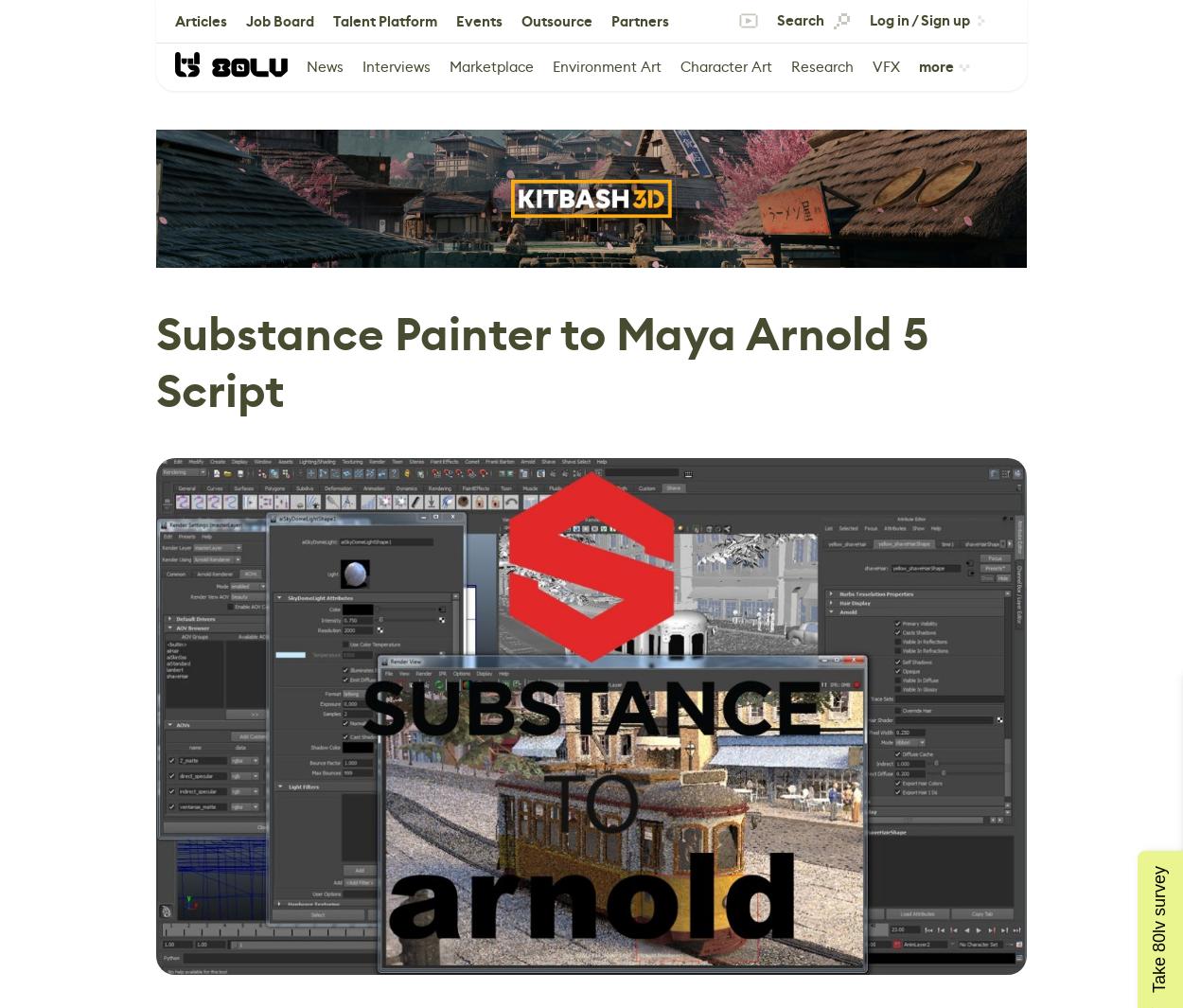  Describe the element at coordinates (776, 20) in the screenshot. I see `'Search'` at that location.